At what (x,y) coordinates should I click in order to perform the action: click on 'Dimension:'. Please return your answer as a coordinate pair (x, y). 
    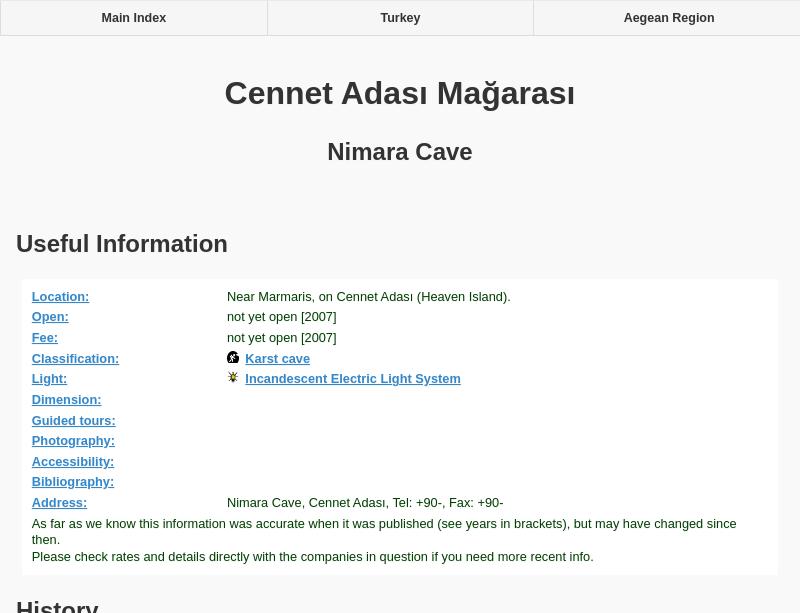
    Looking at the image, I should click on (30, 397).